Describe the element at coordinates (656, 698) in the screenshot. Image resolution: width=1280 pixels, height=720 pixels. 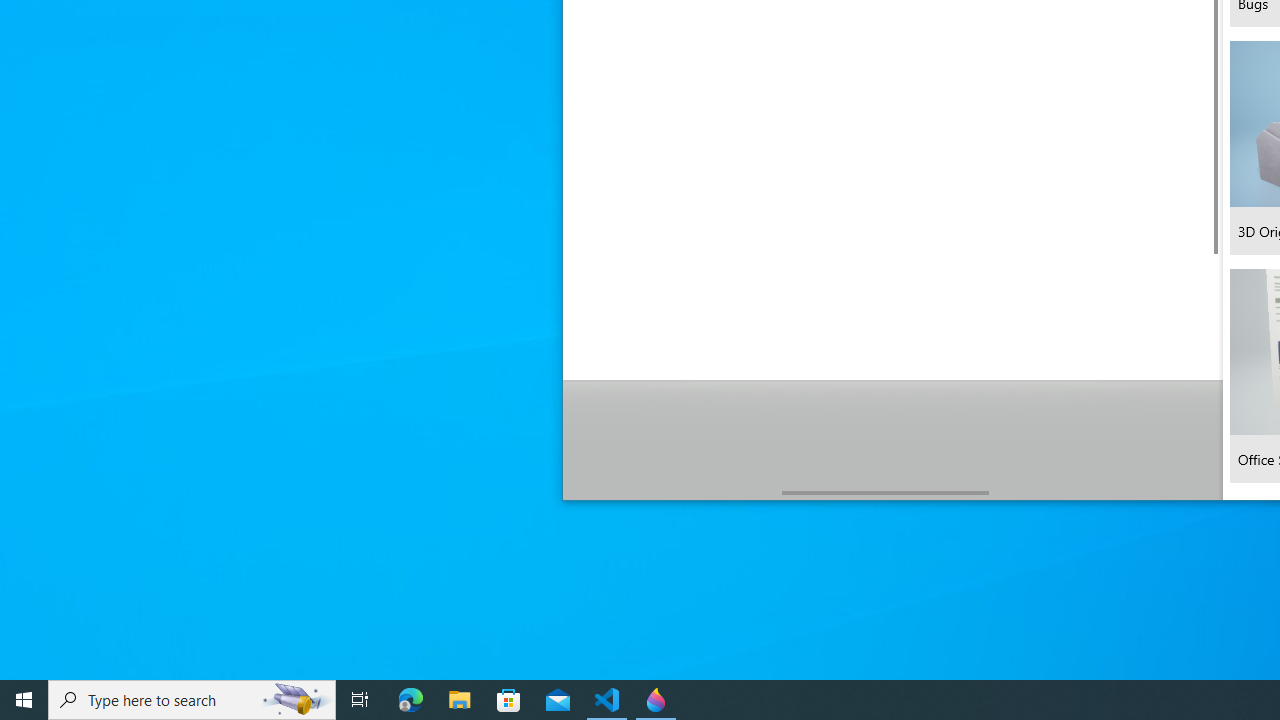
I see `'Paint 3D - 1 running window'` at that location.